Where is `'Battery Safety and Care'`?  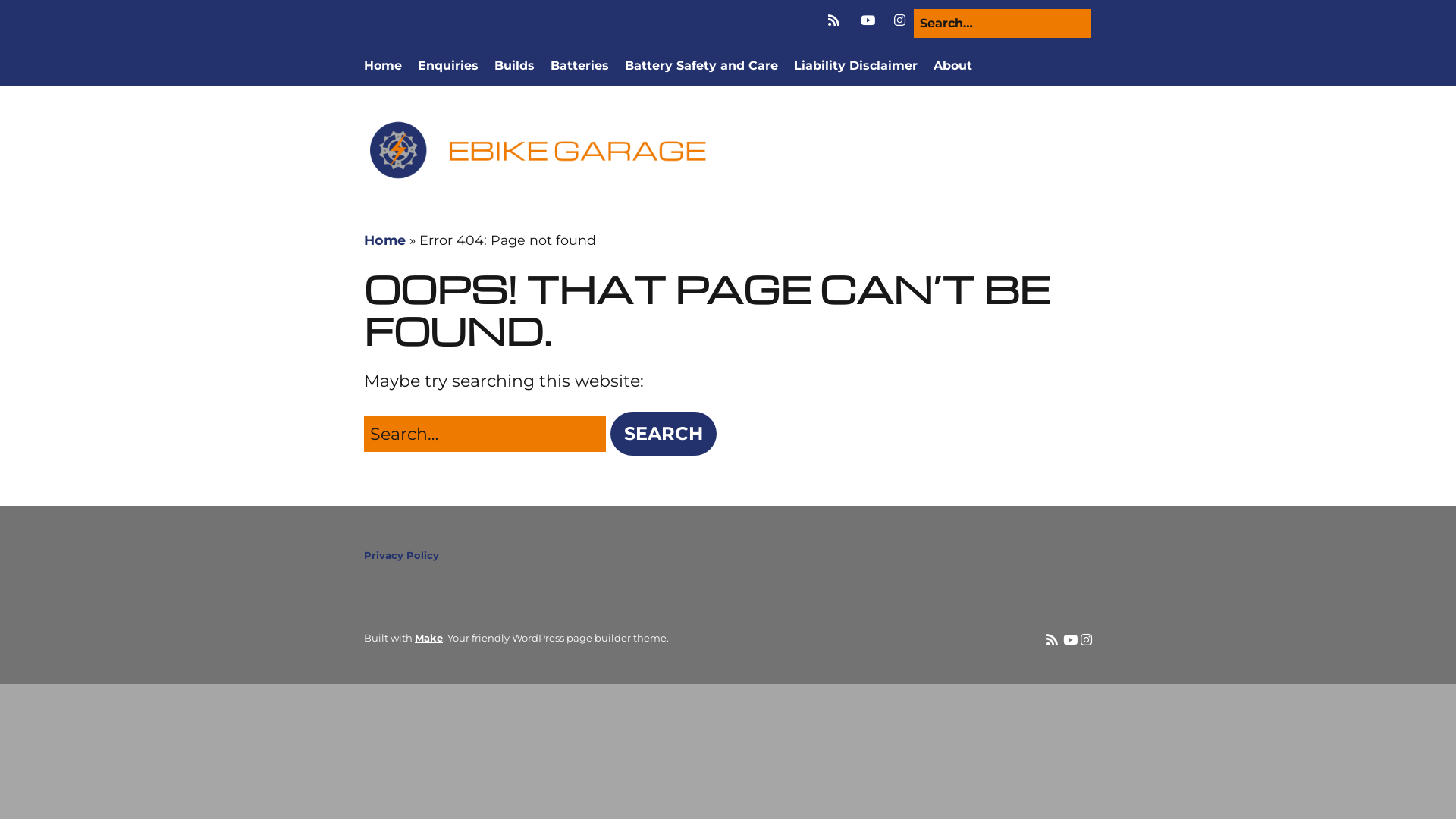
'Battery Safety and Care' is located at coordinates (701, 65).